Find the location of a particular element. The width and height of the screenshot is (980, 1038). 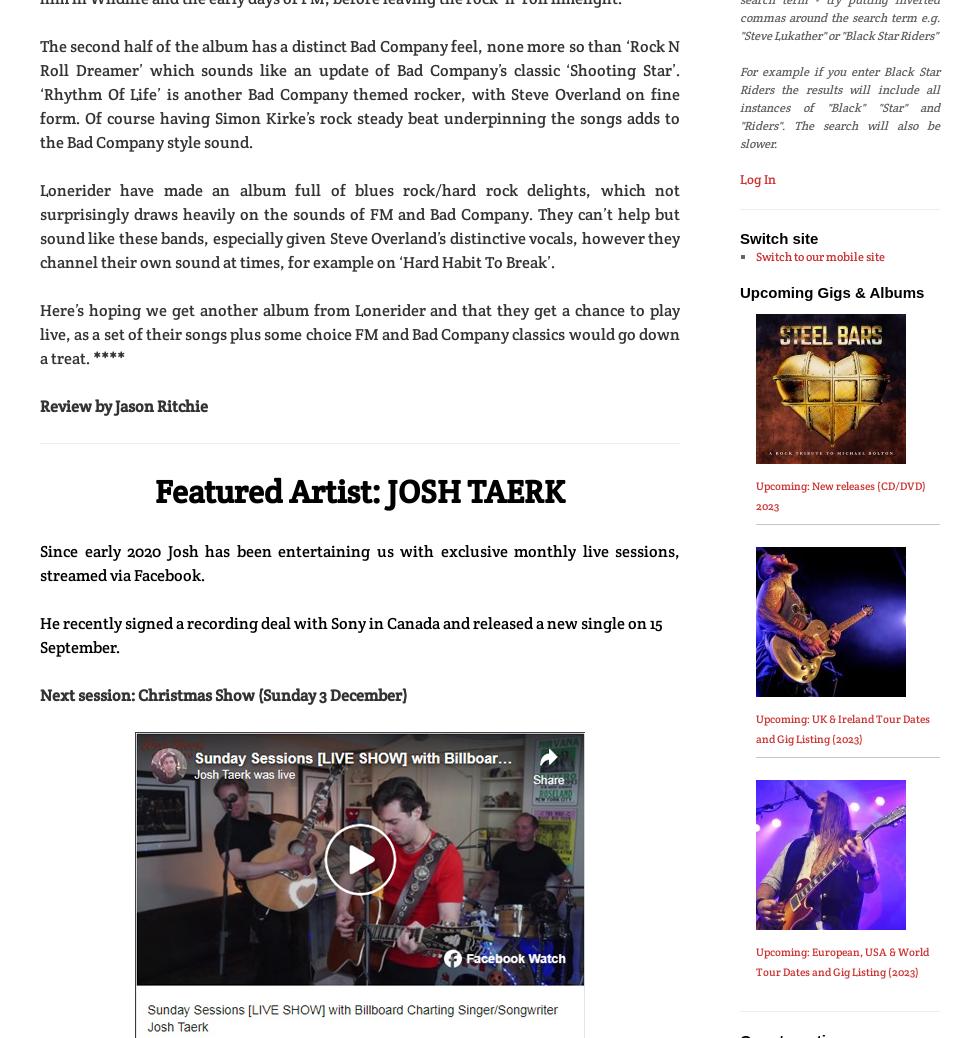

'Switch to our mobile site' is located at coordinates (754, 255).